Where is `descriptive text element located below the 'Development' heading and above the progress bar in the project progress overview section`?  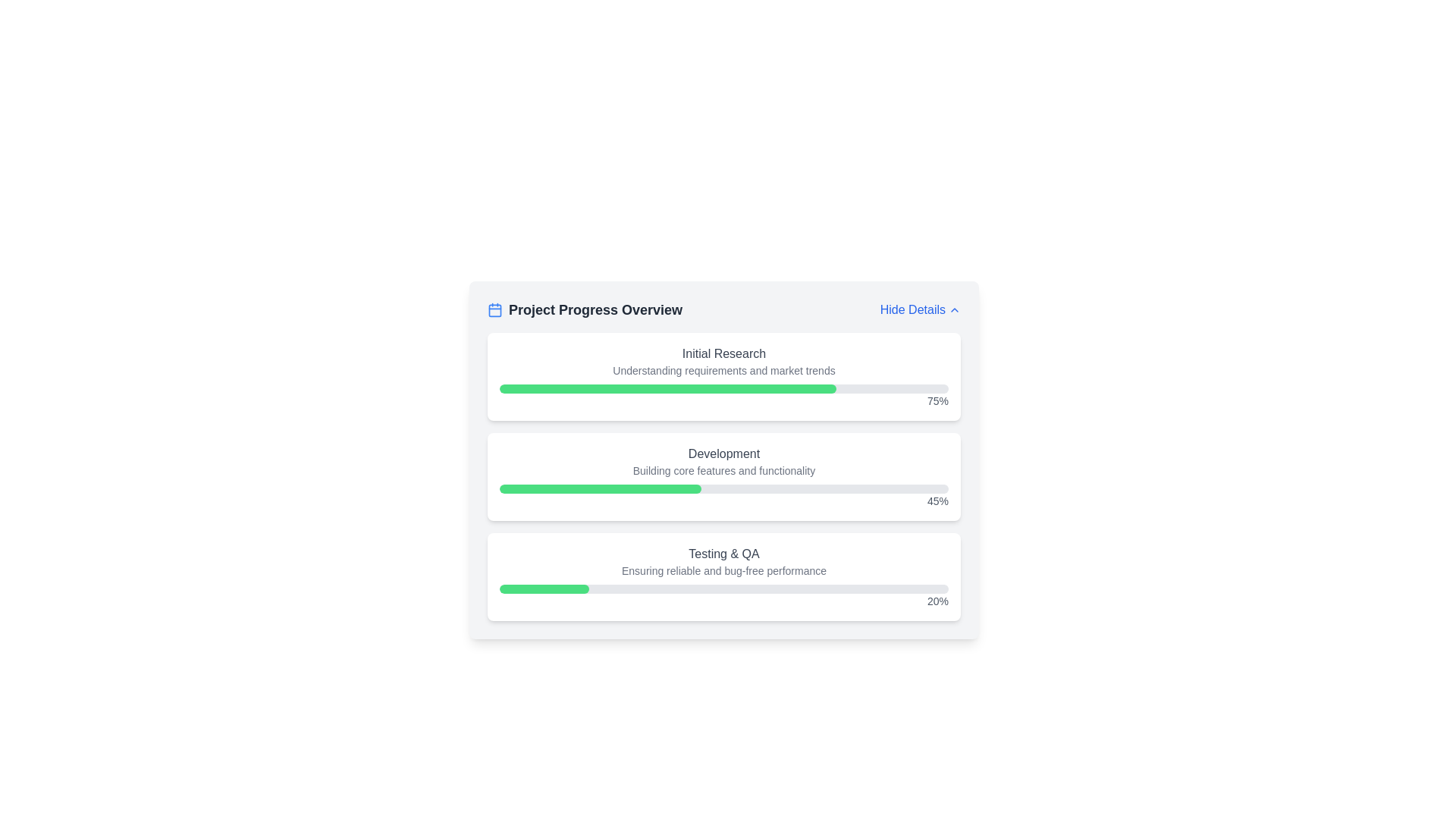 descriptive text element located below the 'Development' heading and above the progress bar in the project progress overview section is located at coordinates (723, 470).